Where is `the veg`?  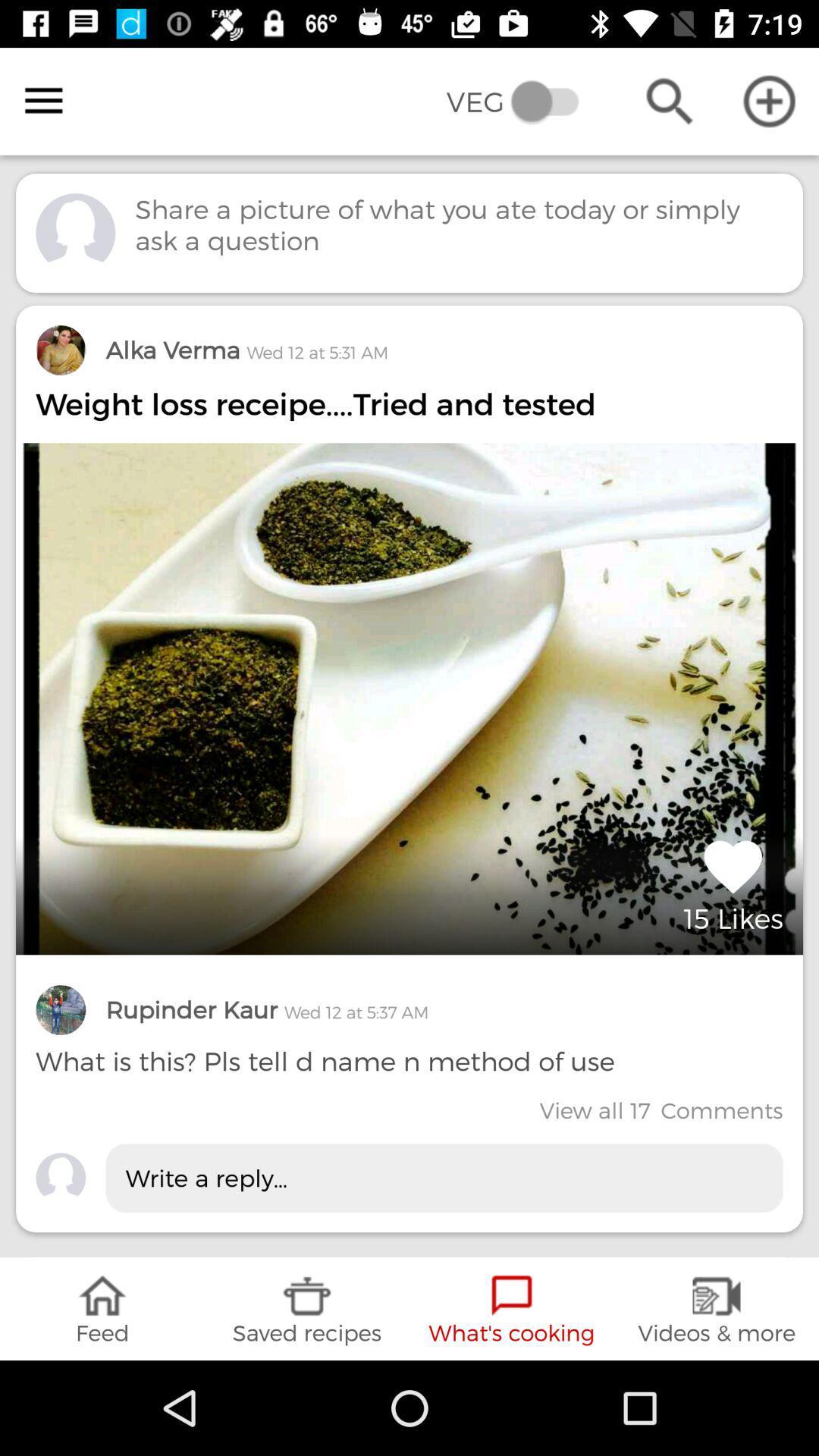
the veg is located at coordinates (522, 100).